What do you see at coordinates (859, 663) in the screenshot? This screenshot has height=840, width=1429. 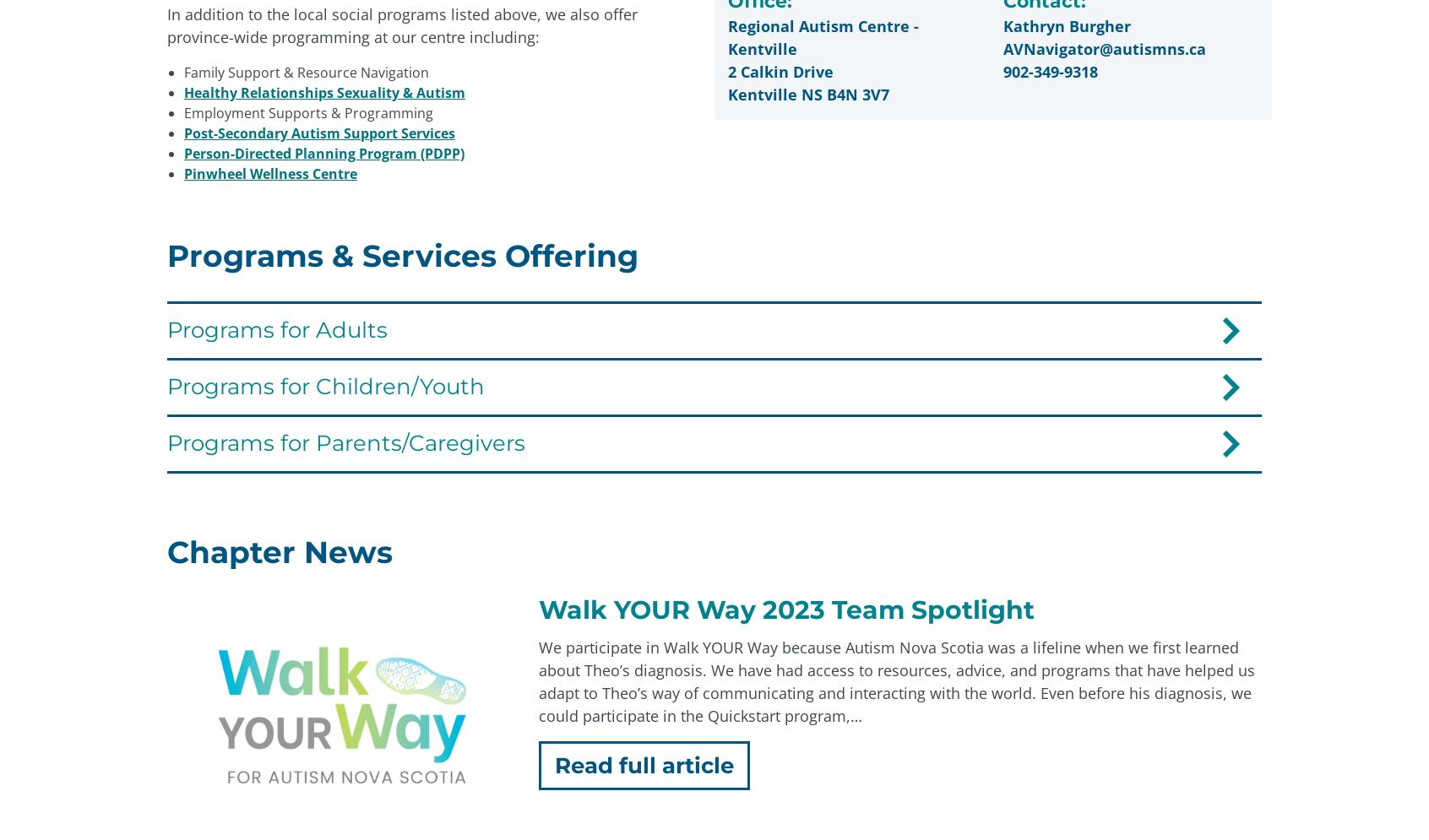 I see `'Events'` at bounding box center [859, 663].